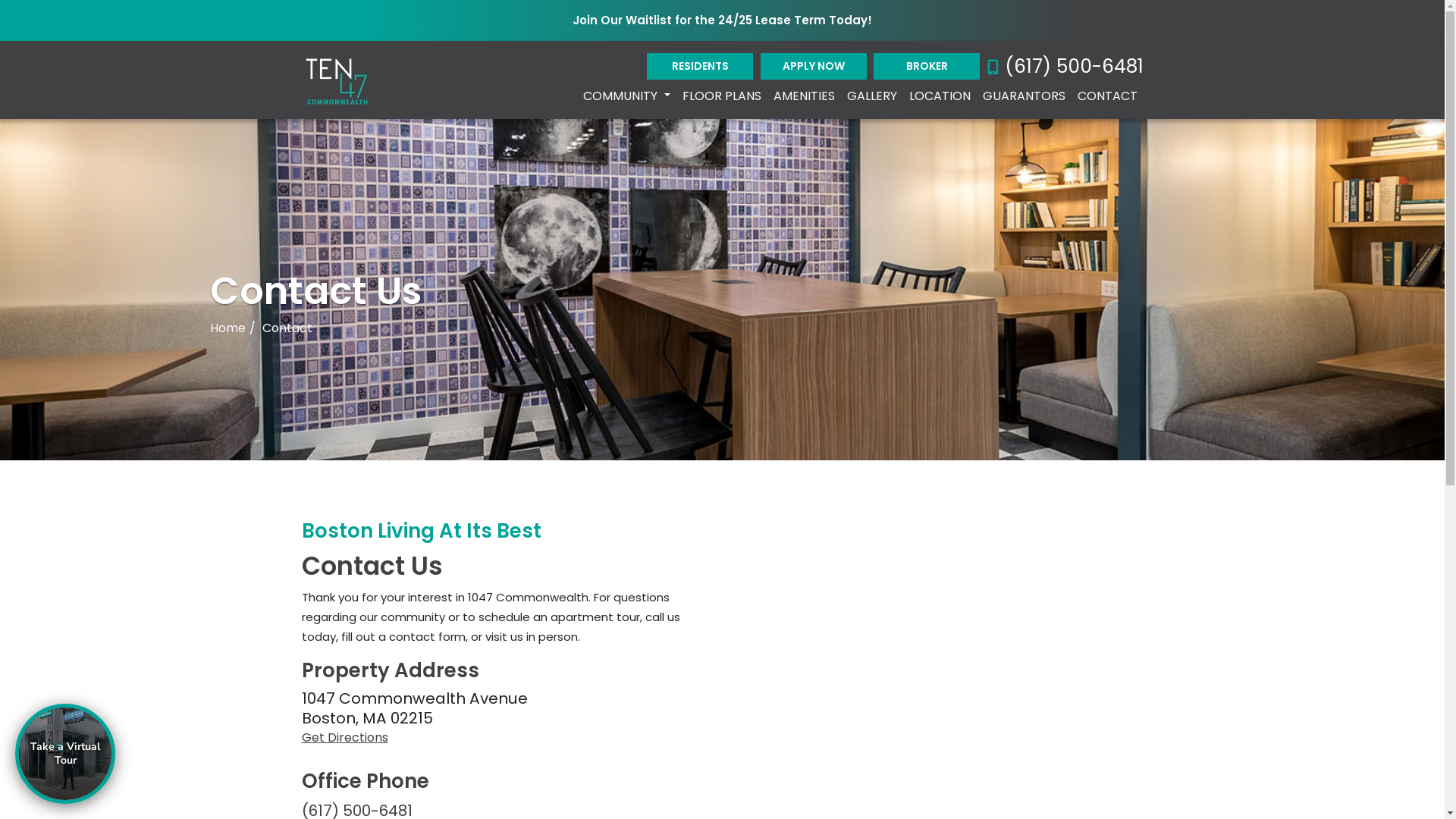  I want to click on 'COMMUNITY', so click(626, 96).